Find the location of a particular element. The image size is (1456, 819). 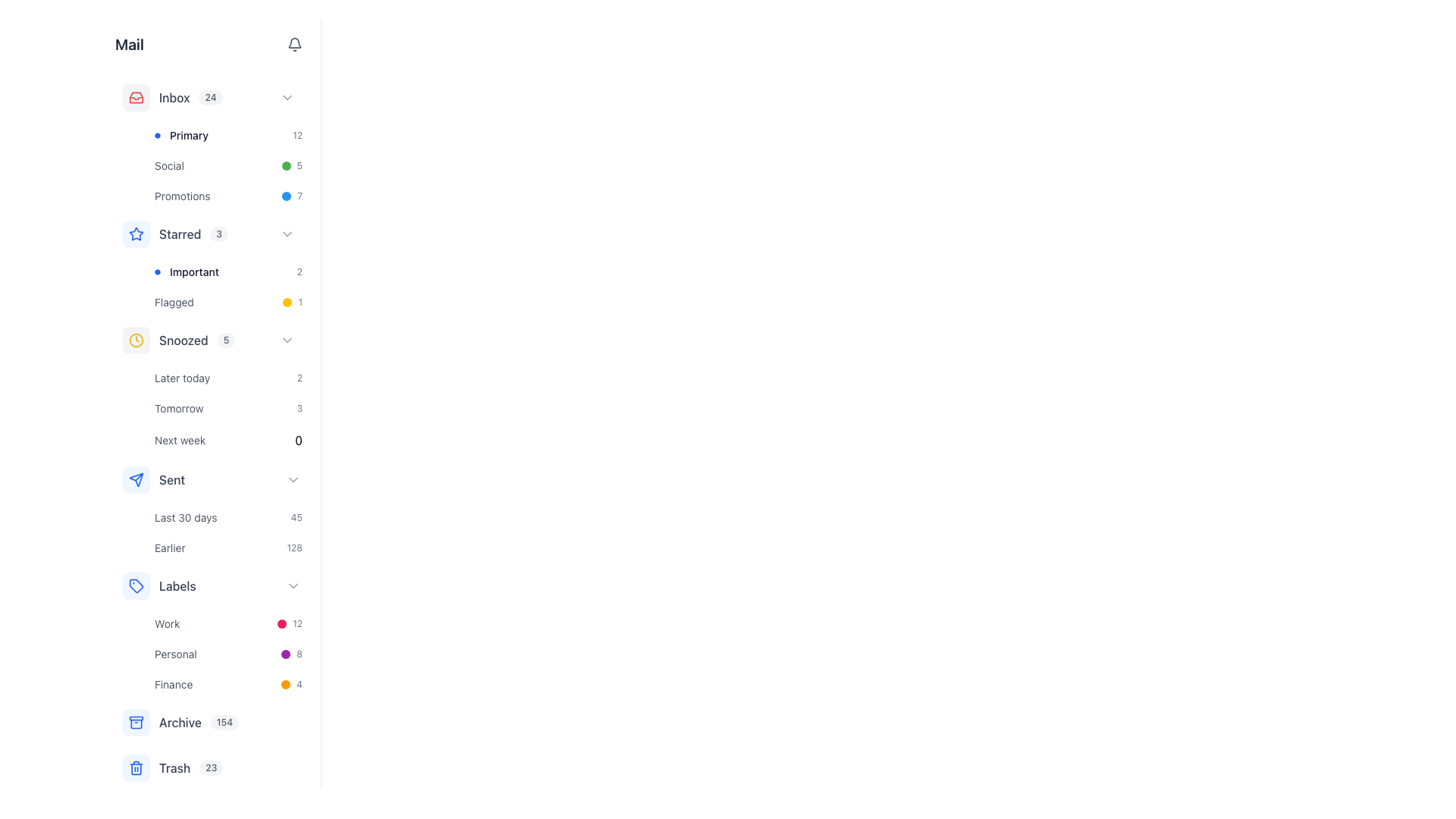

the numerical value displayed in the 'Snoozed' section, which is the second item in the horizontal grouping adjacent to the text 'Snoozed' is located at coordinates (225, 339).